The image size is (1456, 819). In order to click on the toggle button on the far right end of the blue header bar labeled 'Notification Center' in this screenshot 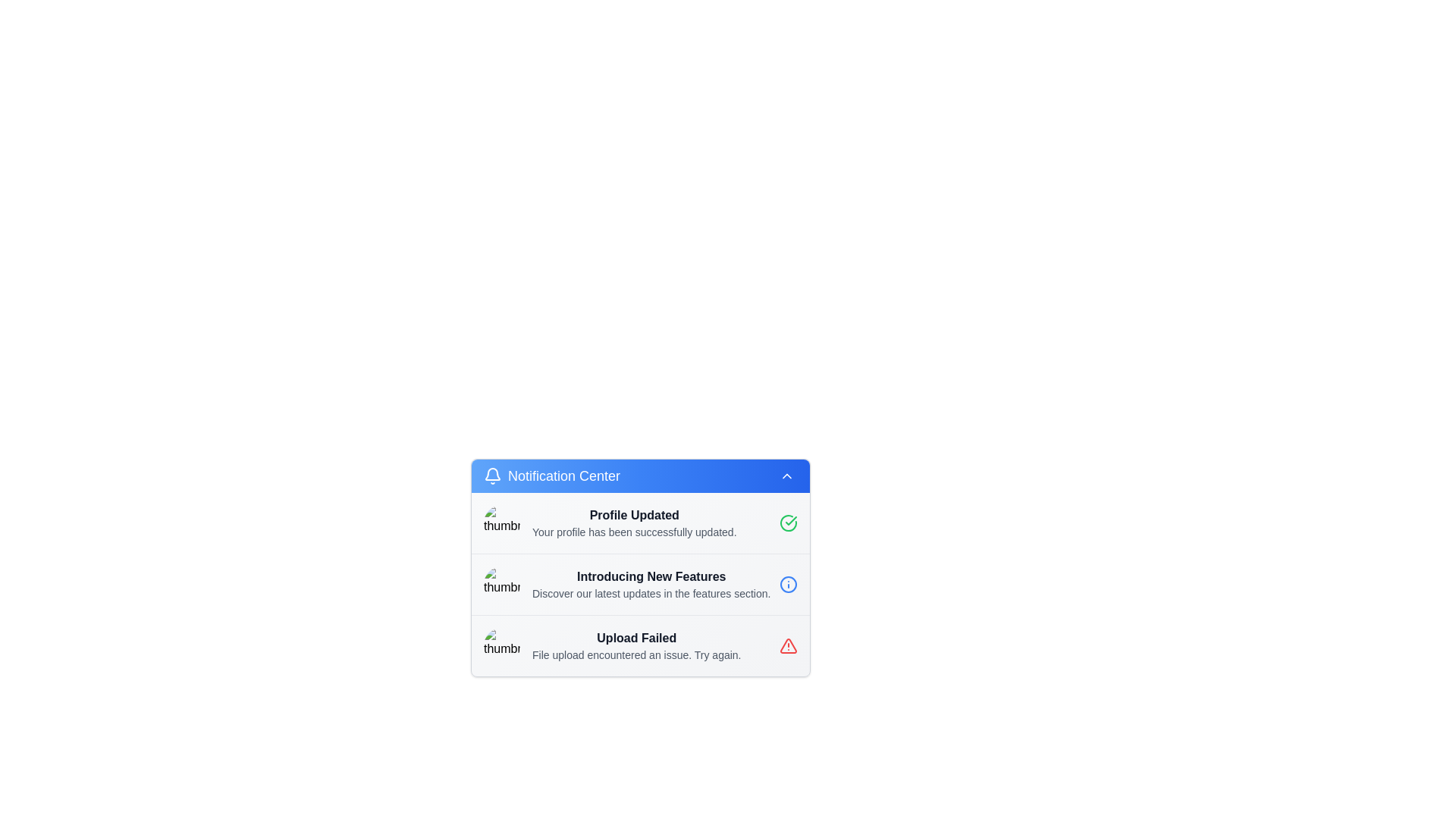, I will do `click(786, 475)`.